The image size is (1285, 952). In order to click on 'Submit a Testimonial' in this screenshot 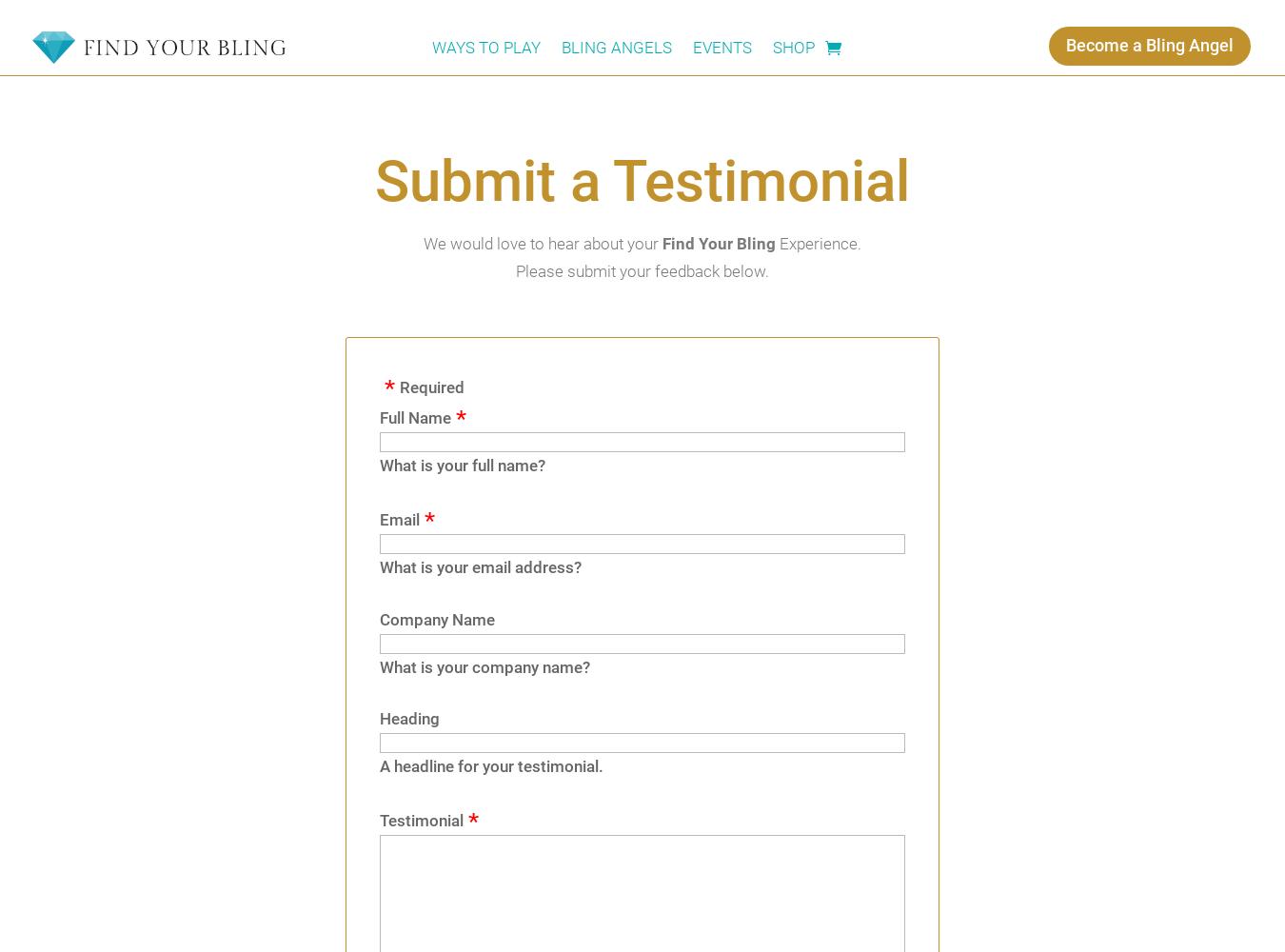, I will do `click(642, 180)`.